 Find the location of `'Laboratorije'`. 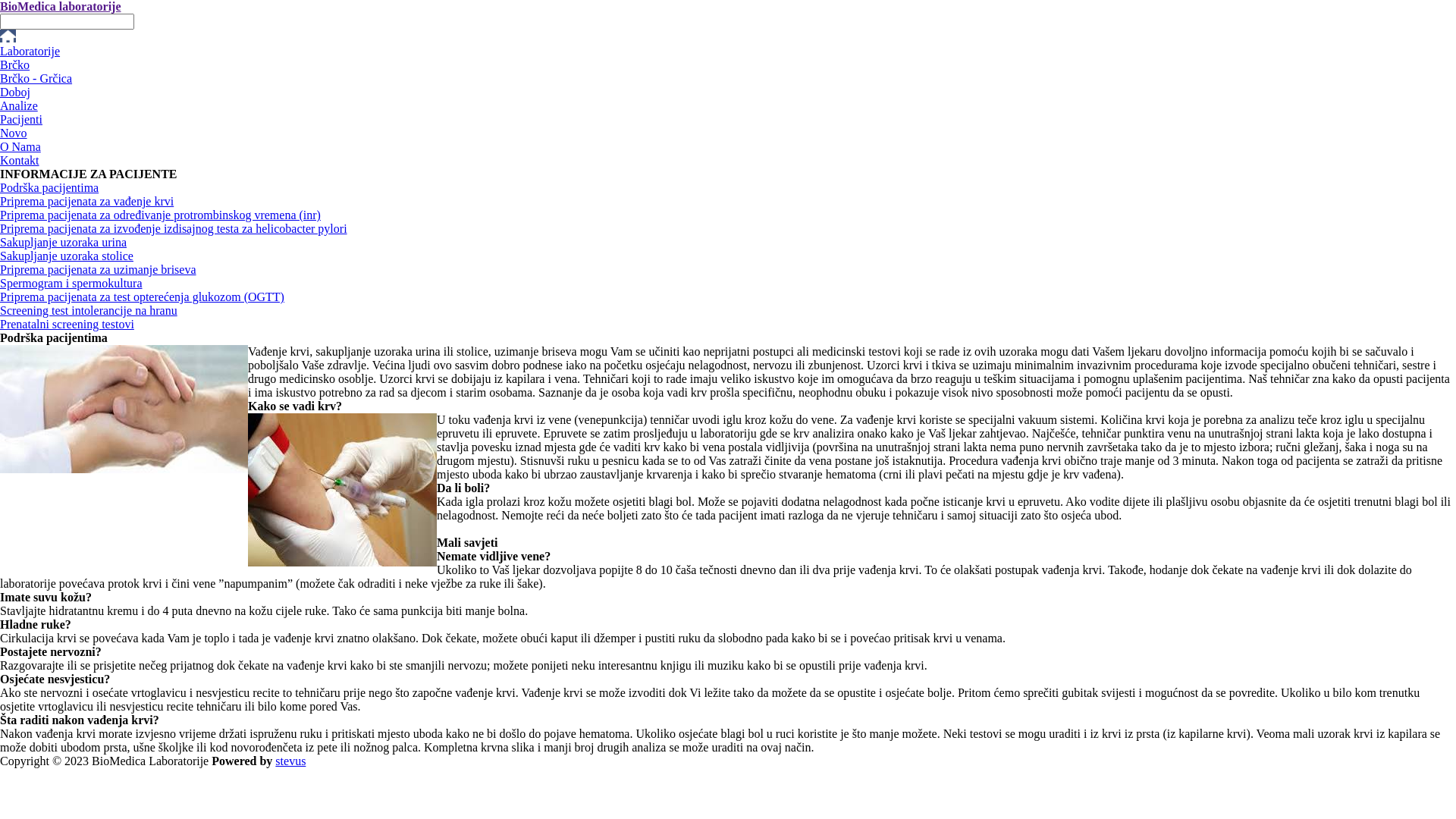

'Laboratorije' is located at coordinates (30, 50).